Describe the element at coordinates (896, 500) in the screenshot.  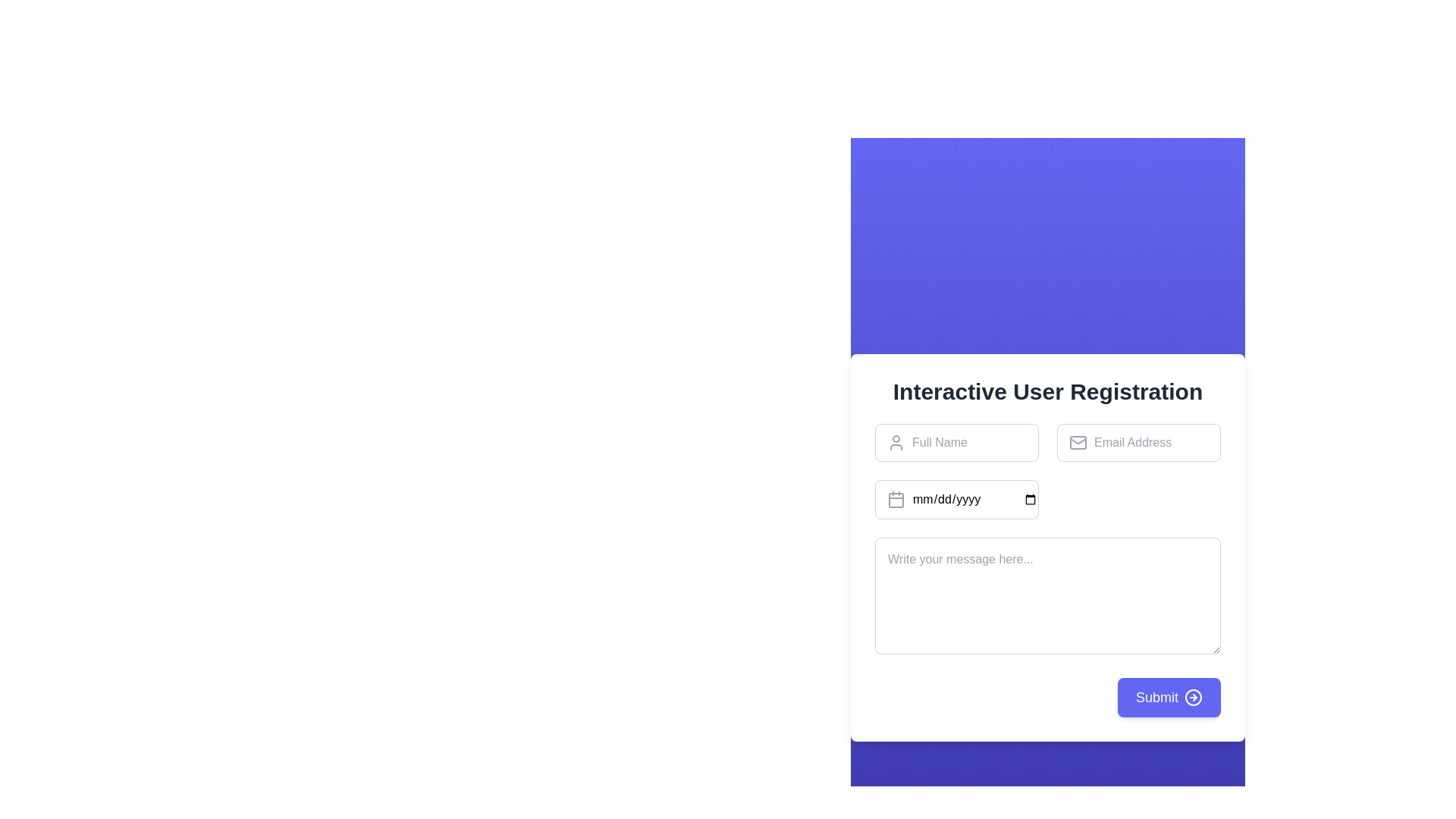
I see `the calendar icon, which is a rectangular icon with rounded edges, located to the left of the text field labeled 'mm/dd/yyyy'` at that location.